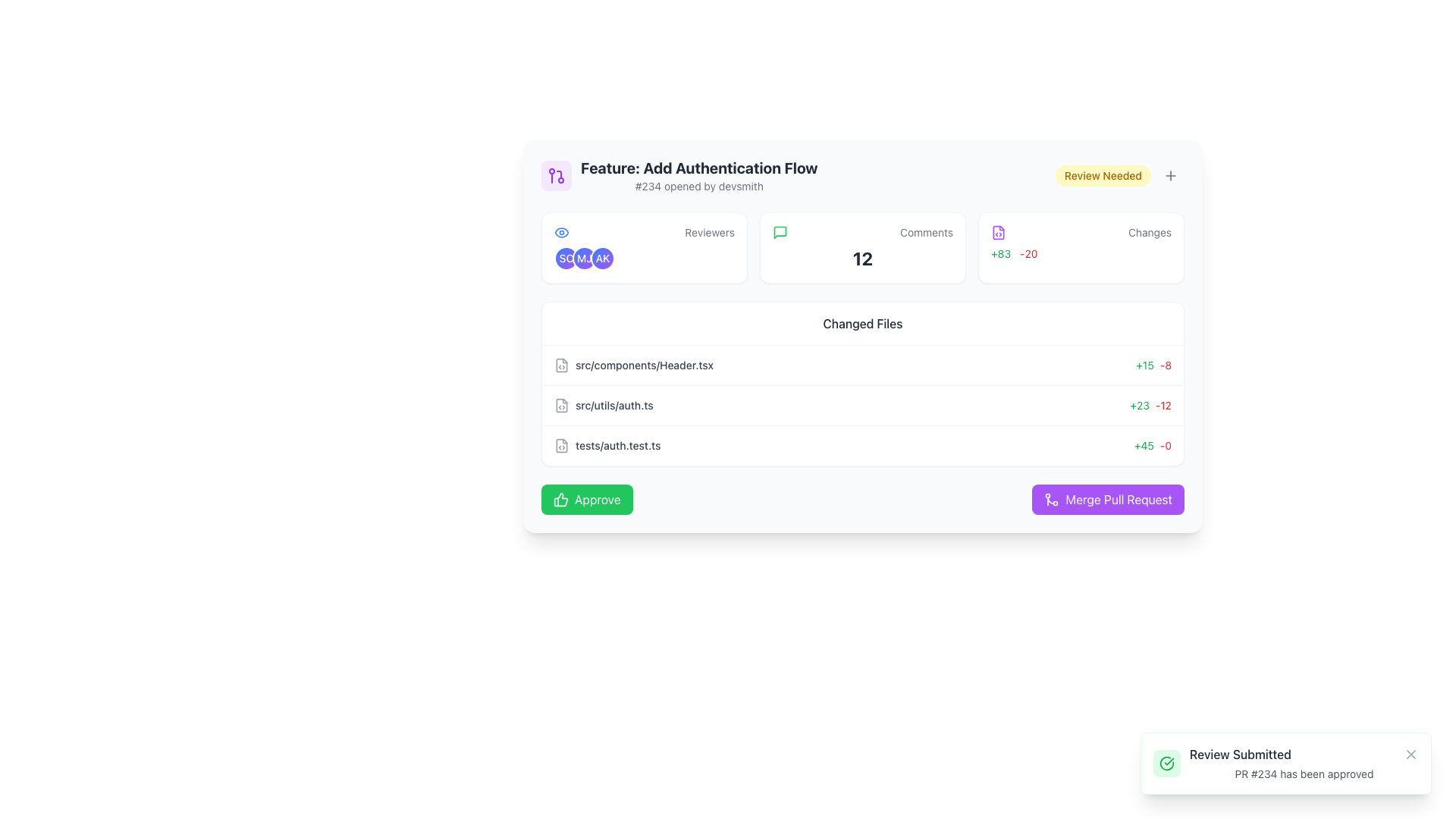 The width and height of the screenshot is (1456, 819). Describe the element at coordinates (1144, 444) in the screenshot. I see `the value of the text label displaying '+45' styled in green font, which is located next to the red text label '-0' in the 'Changed Files' section` at that location.